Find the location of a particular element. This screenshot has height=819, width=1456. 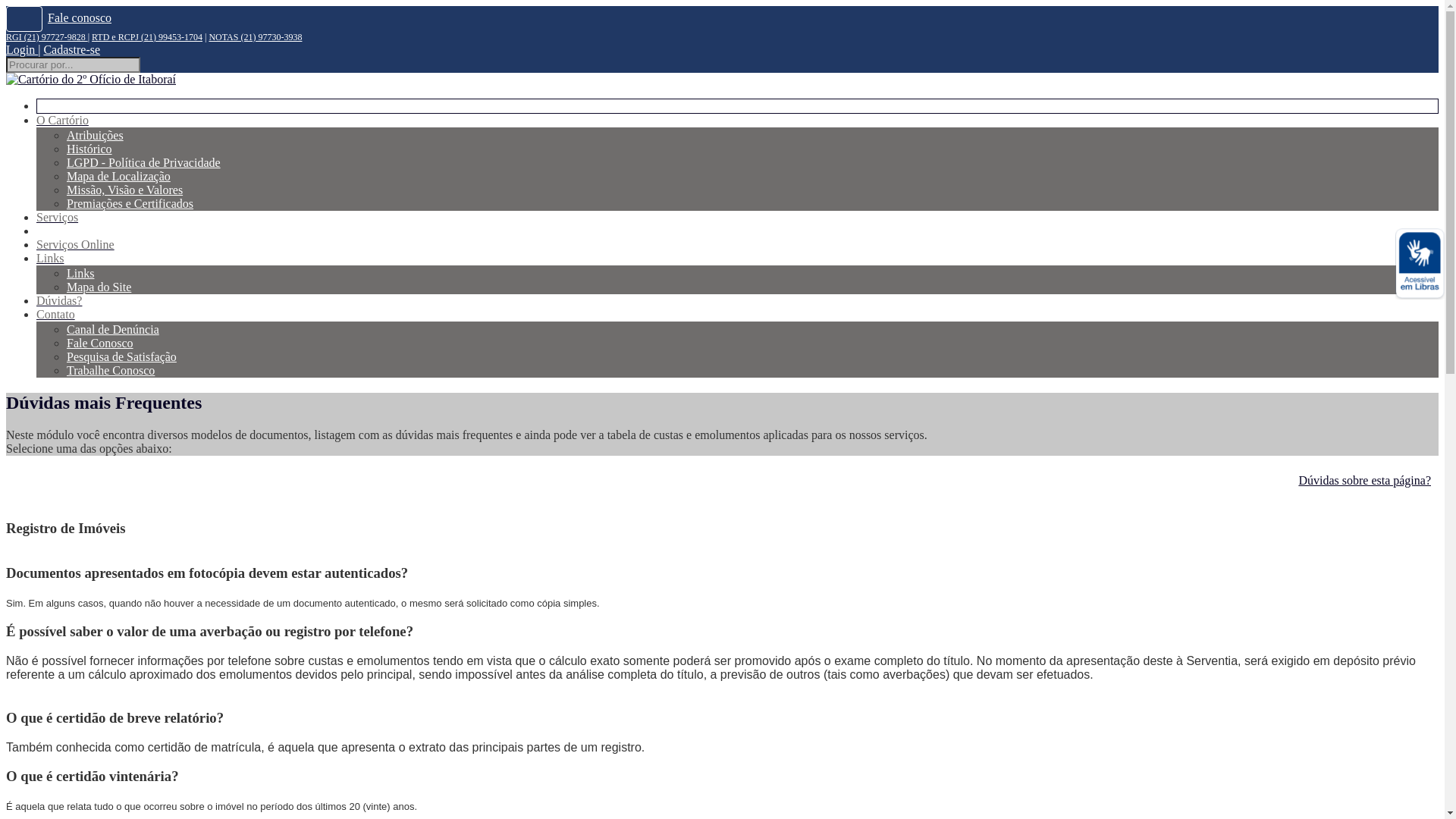

'Instagram' is located at coordinates (24, 18).